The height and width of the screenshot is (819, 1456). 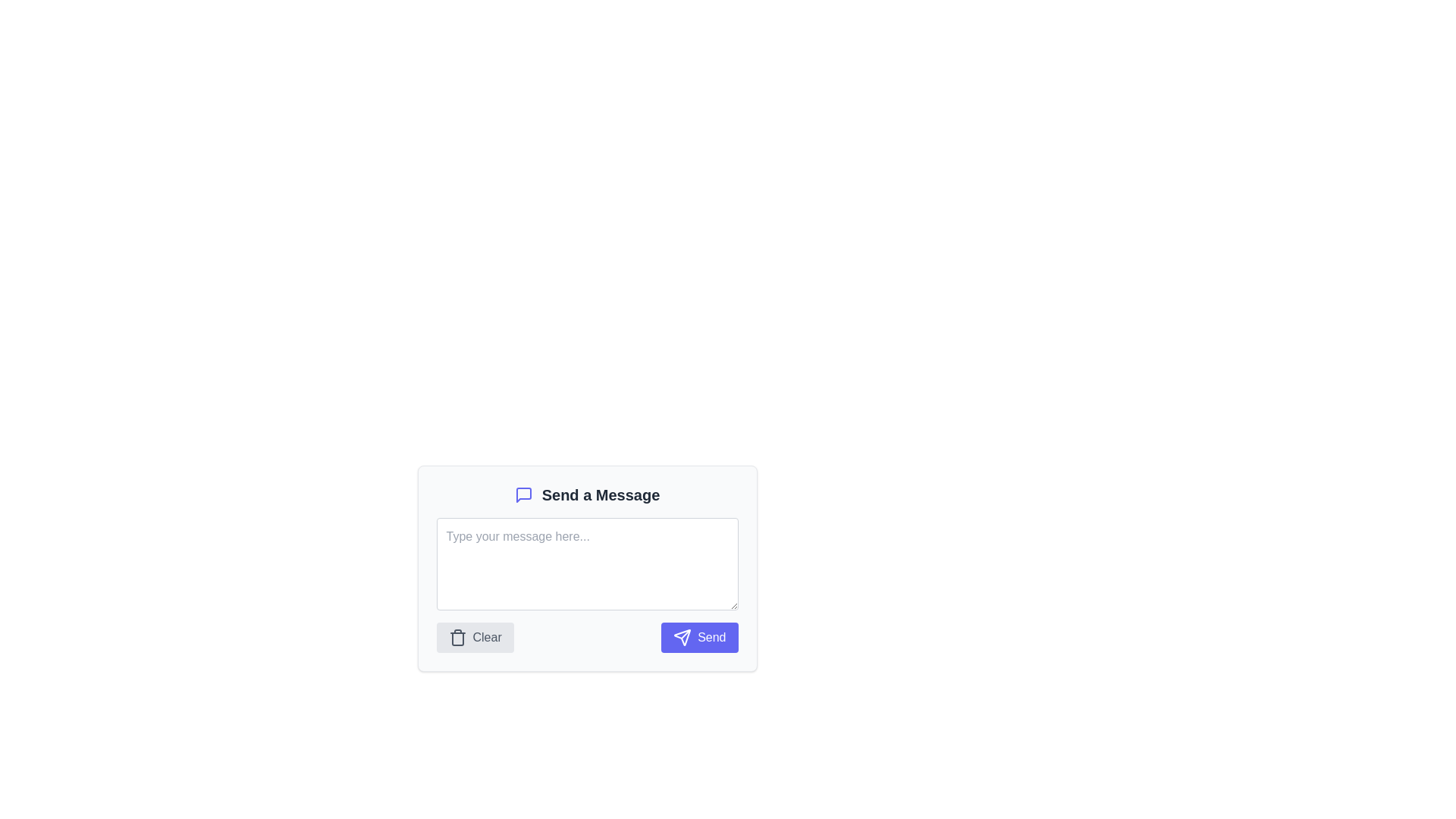 I want to click on the Clear icon located to the left of the 'Clear' text label within the Clear button at the bottom-left corner of the message input section, so click(x=457, y=637).